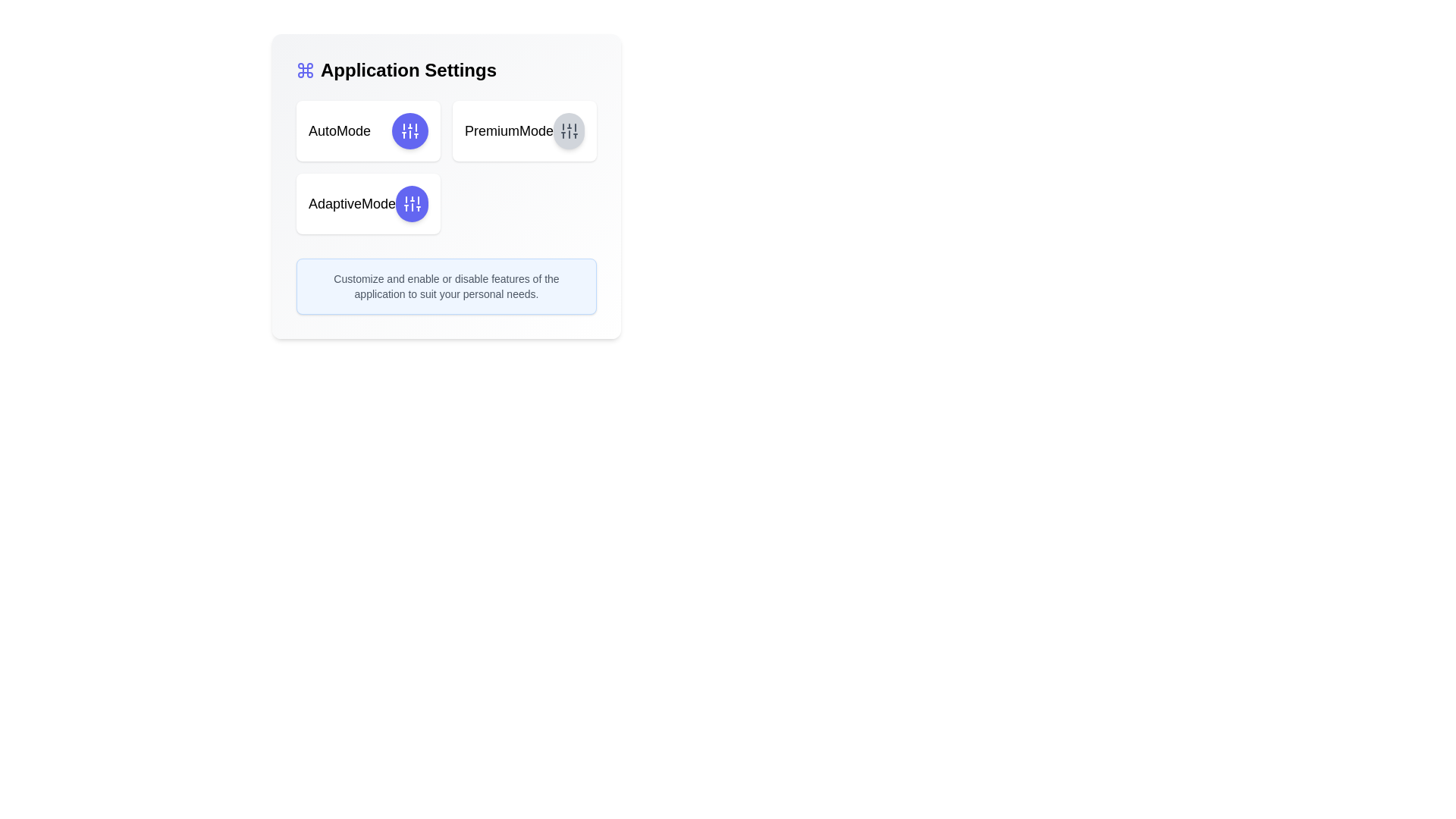  Describe the element at coordinates (446, 70) in the screenshot. I see `the Text Label with Icon that indicates application settings to distinguish the section based on the label` at that location.